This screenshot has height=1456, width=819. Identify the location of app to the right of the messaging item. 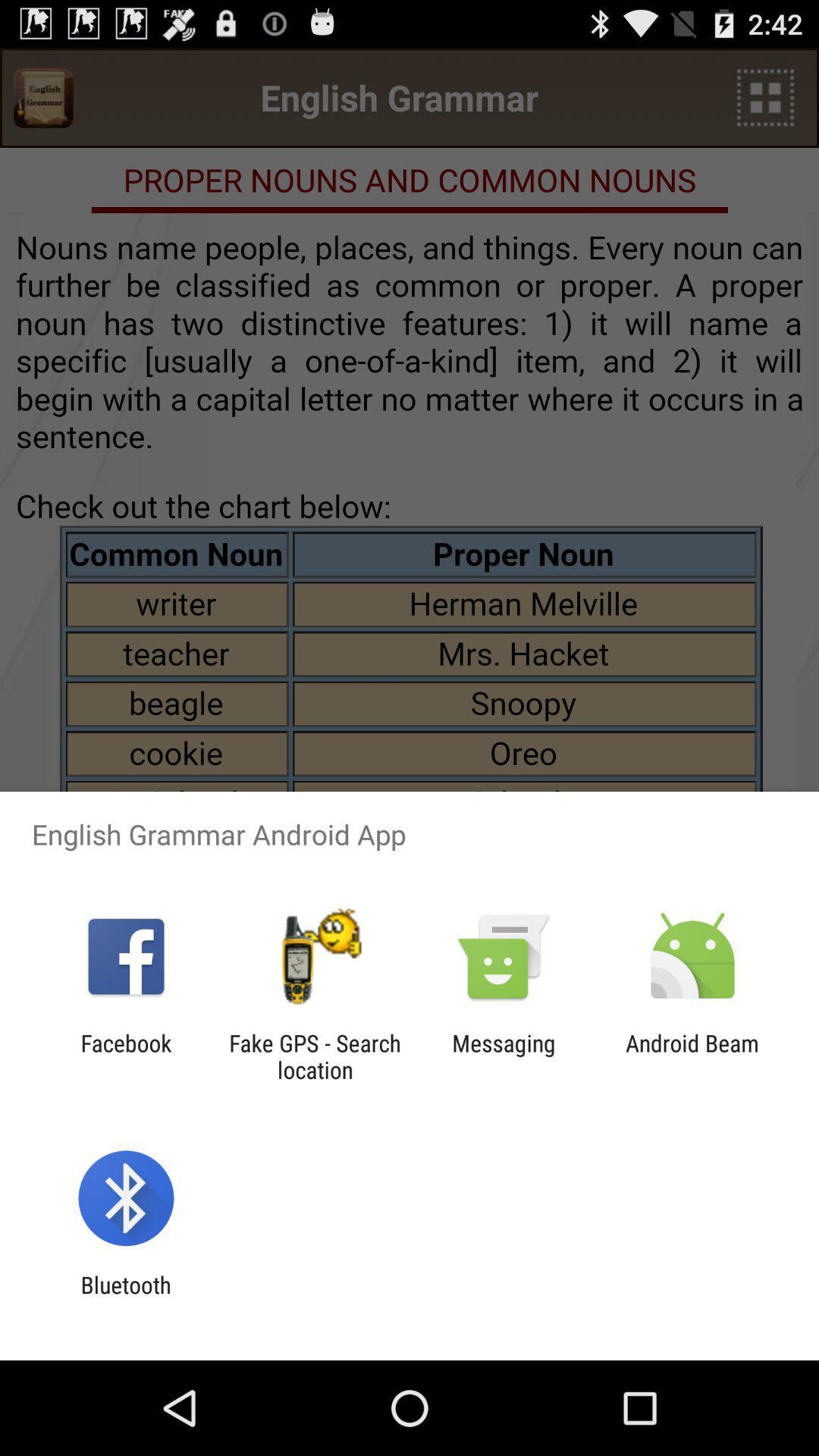
(692, 1056).